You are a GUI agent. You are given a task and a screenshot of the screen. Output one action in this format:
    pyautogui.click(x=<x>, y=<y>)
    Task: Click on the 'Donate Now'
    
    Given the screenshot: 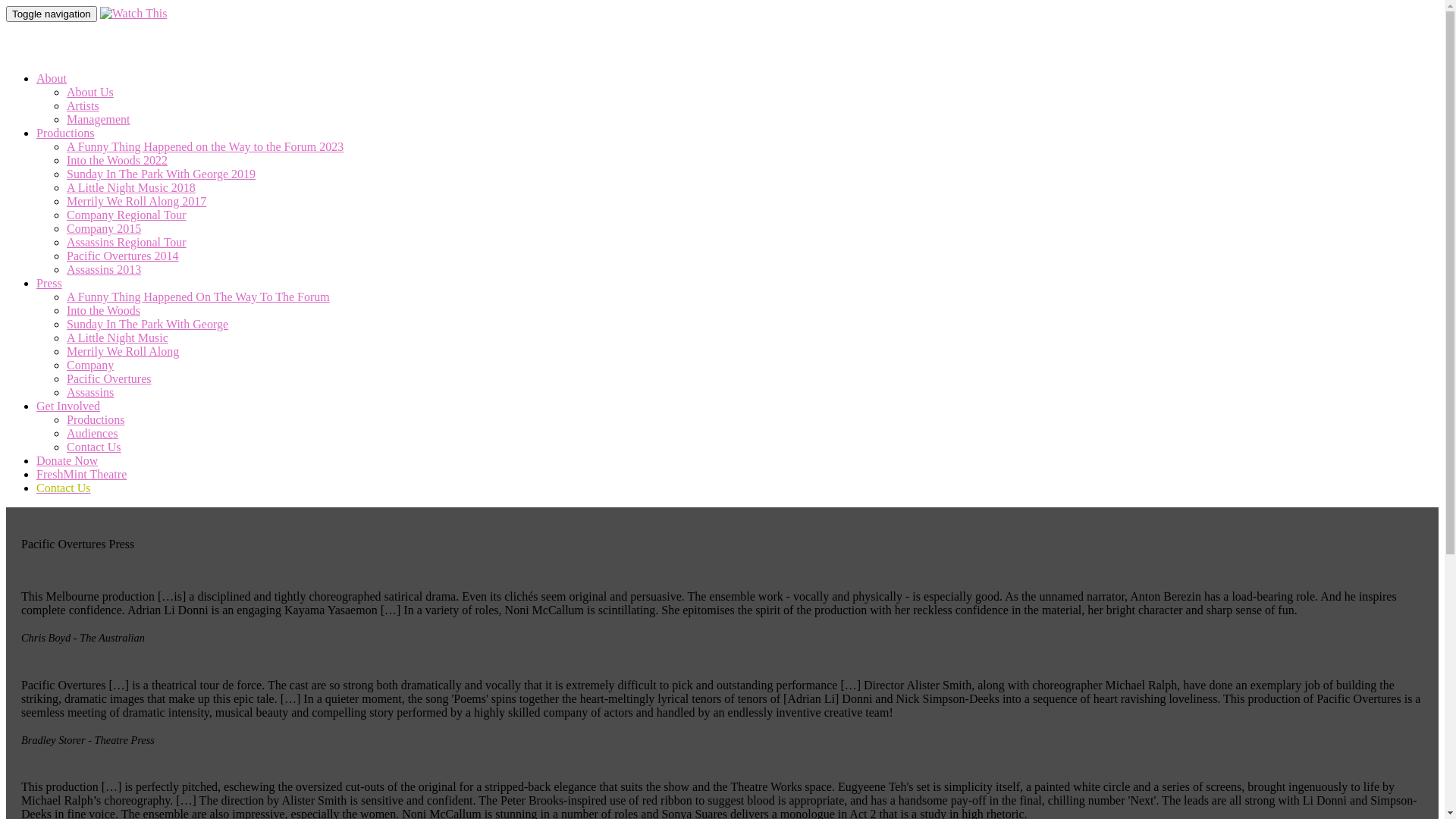 What is the action you would take?
    pyautogui.click(x=66, y=460)
    